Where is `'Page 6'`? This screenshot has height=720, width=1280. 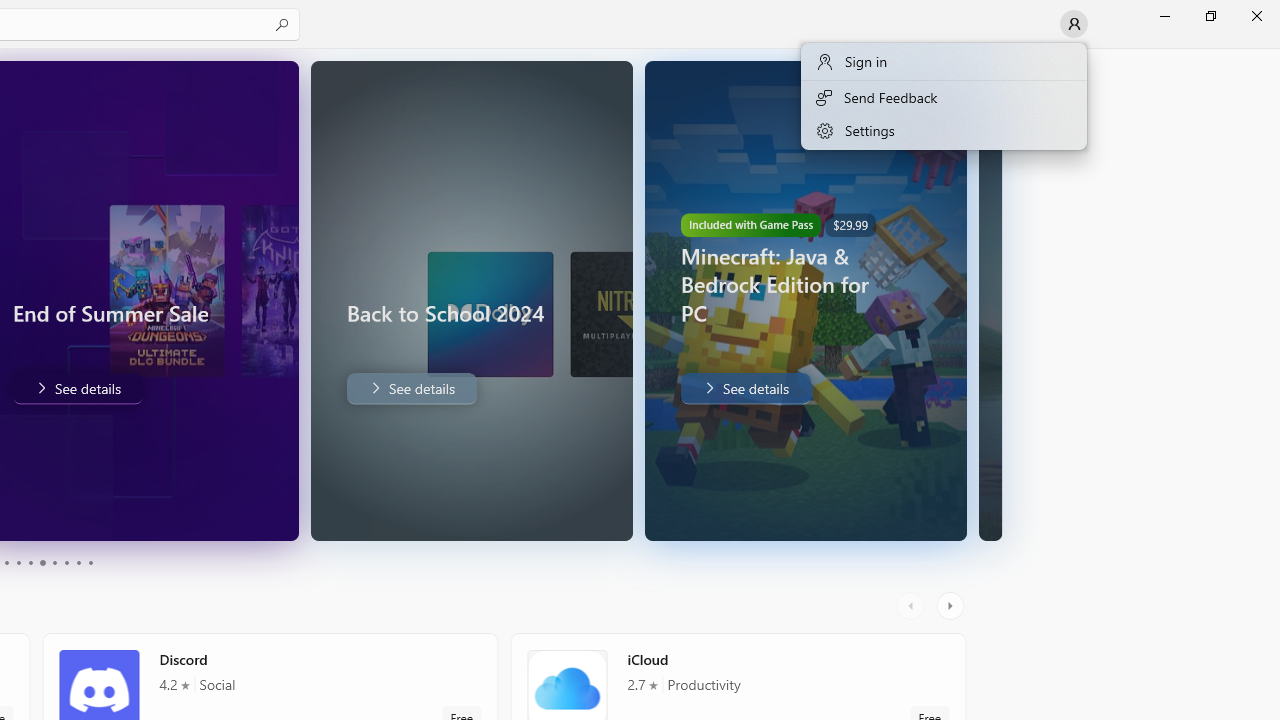
'Page 6' is located at coordinates (42, 563).